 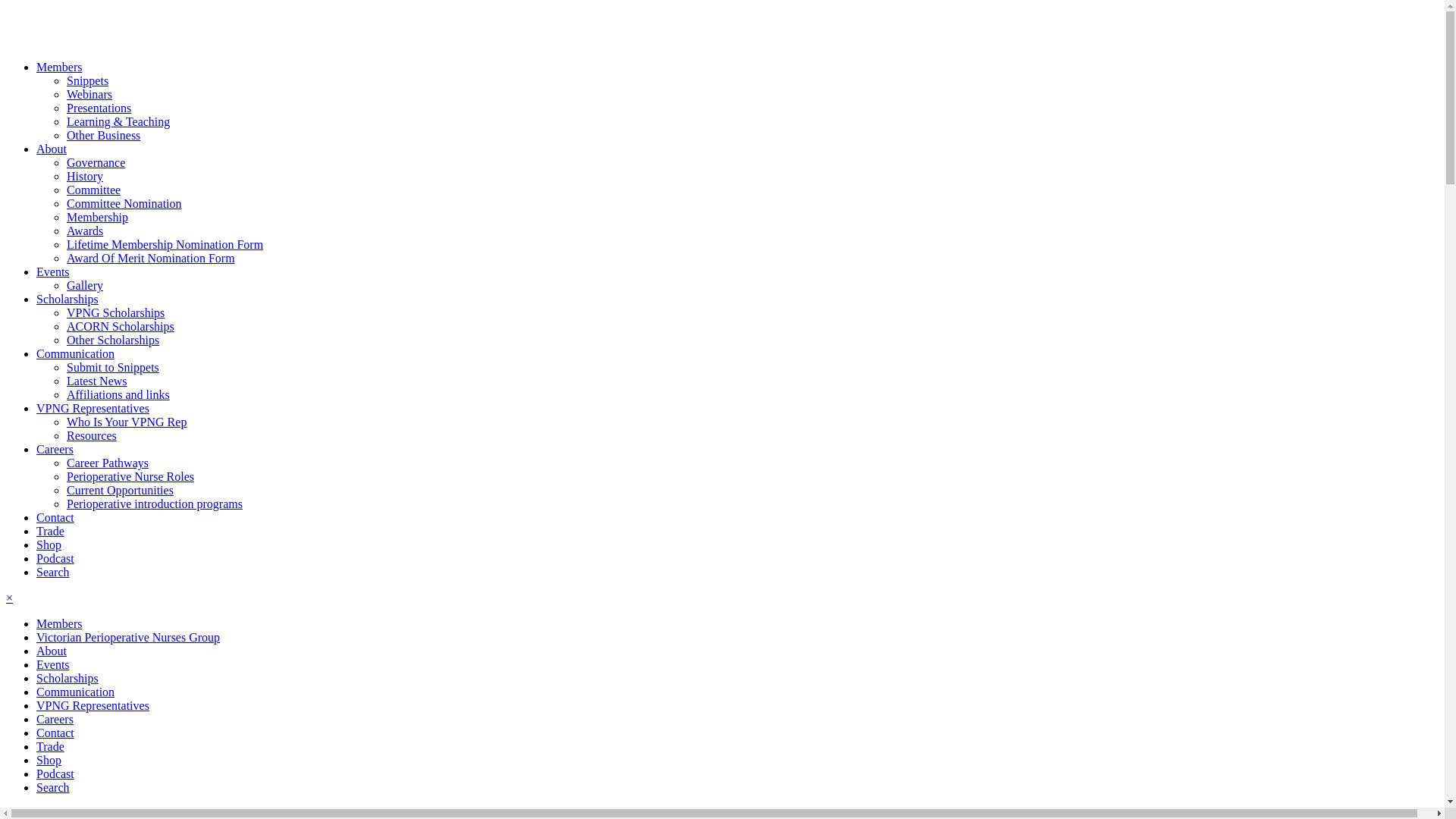 I want to click on 'Scholarships', so click(x=36, y=677).